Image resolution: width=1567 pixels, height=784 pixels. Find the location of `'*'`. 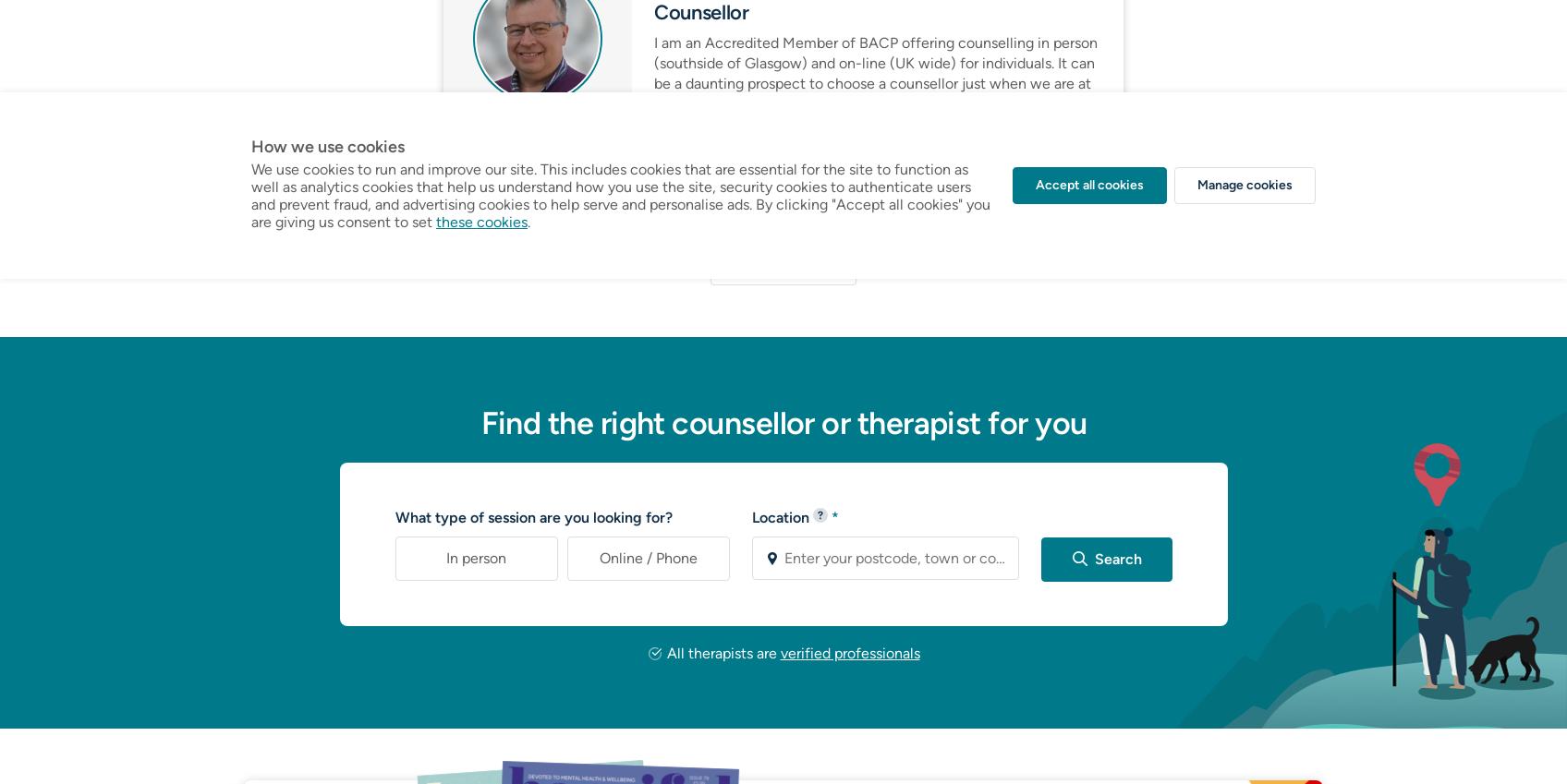

'*' is located at coordinates (833, 517).